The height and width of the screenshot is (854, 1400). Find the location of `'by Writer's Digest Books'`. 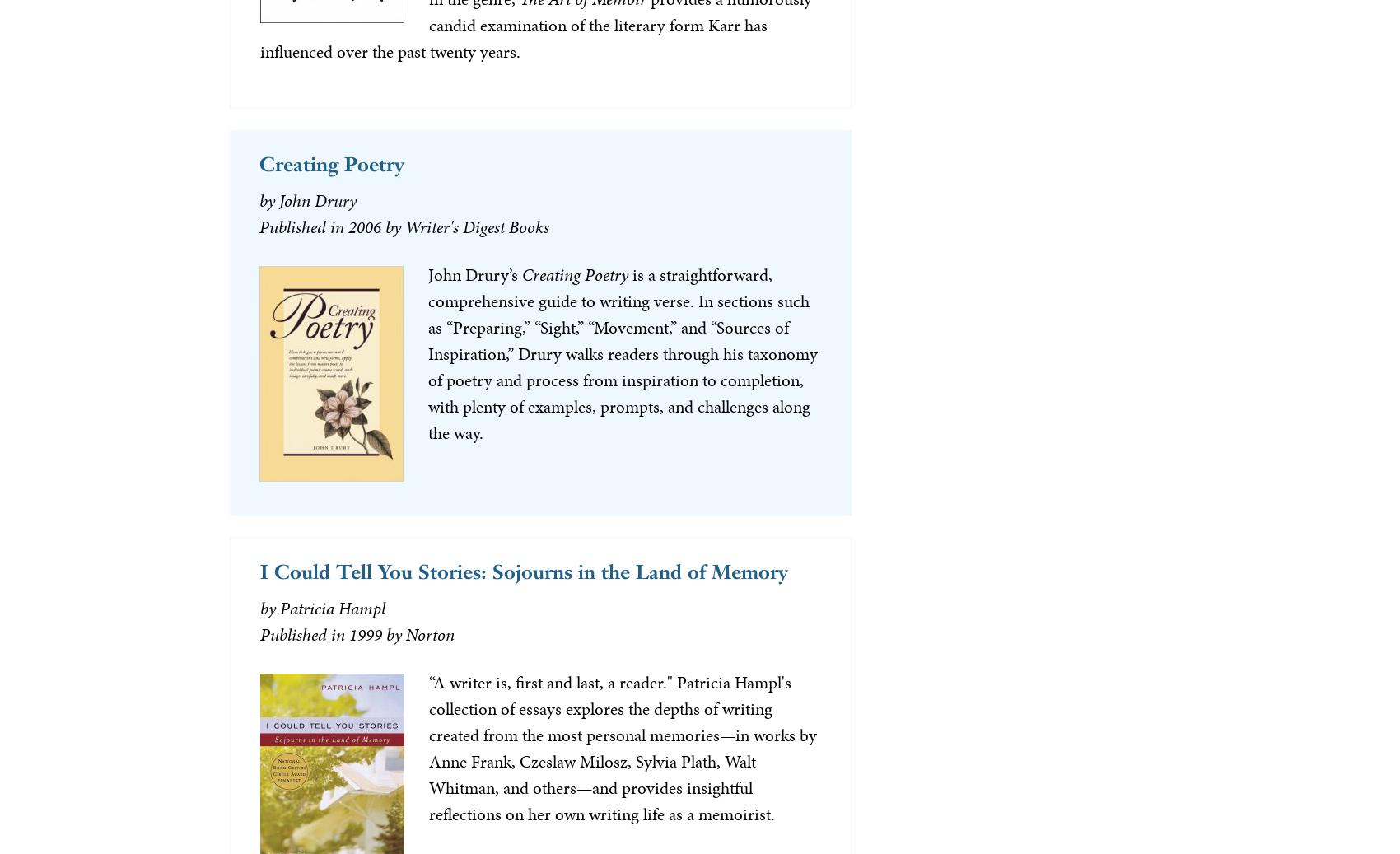

'by Writer's Digest Books' is located at coordinates (465, 226).